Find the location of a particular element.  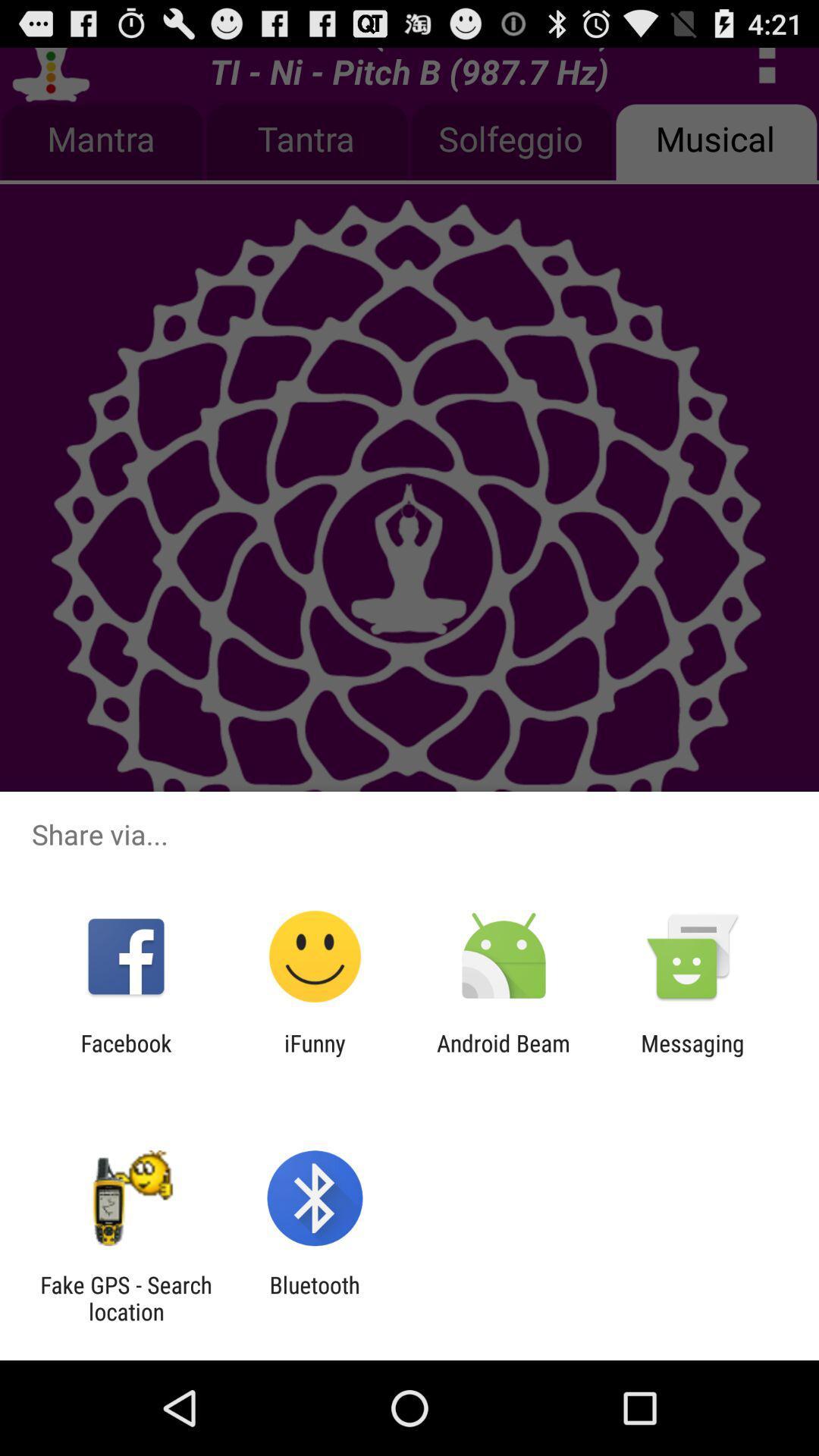

icon to the right of the android beam is located at coordinates (692, 1056).